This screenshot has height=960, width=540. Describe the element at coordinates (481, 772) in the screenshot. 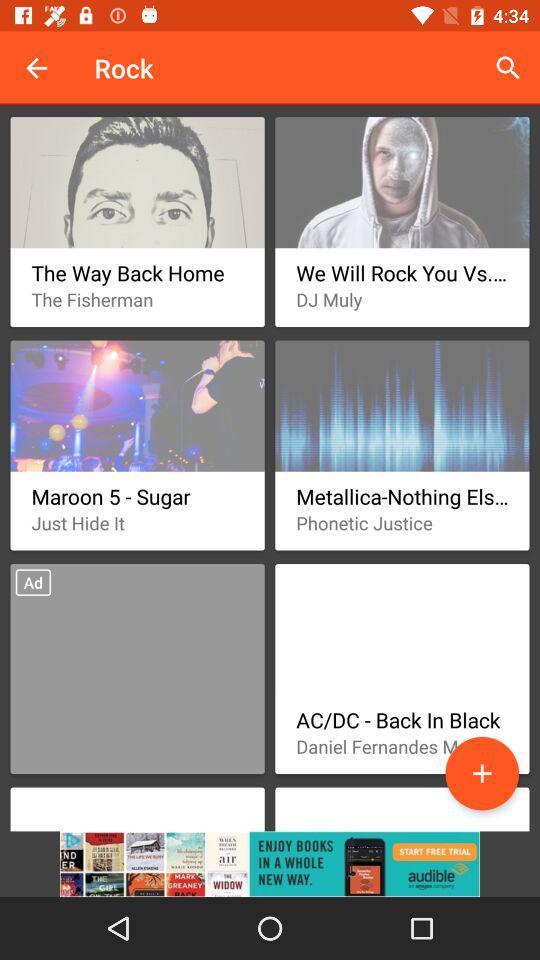

I see `another song` at that location.